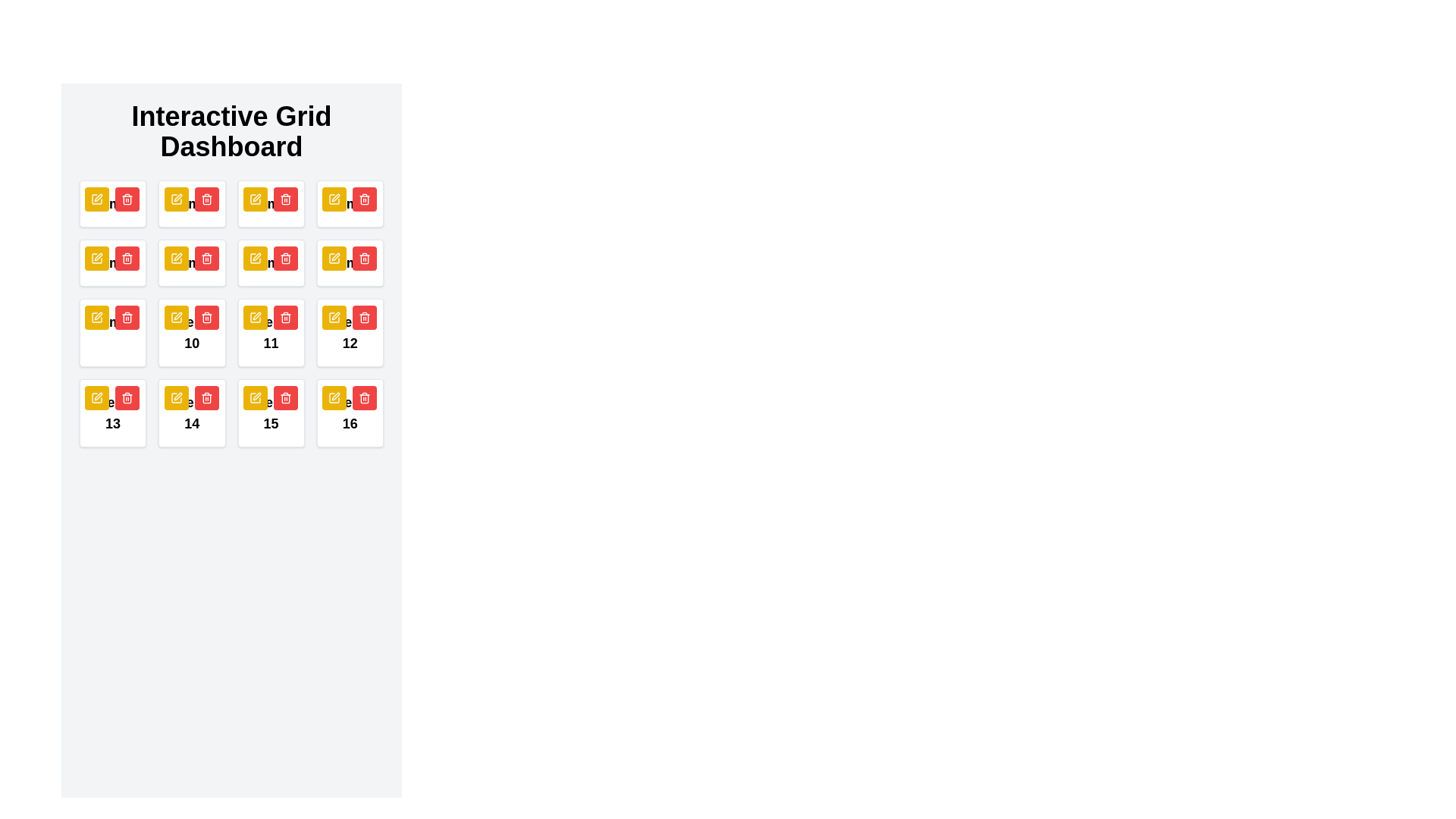  What do you see at coordinates (96, 198) in the screenshot?
I see `the edit action button located at the top-left of the first card in the grid on the dashboard interface` at bounding box center [96, 198].